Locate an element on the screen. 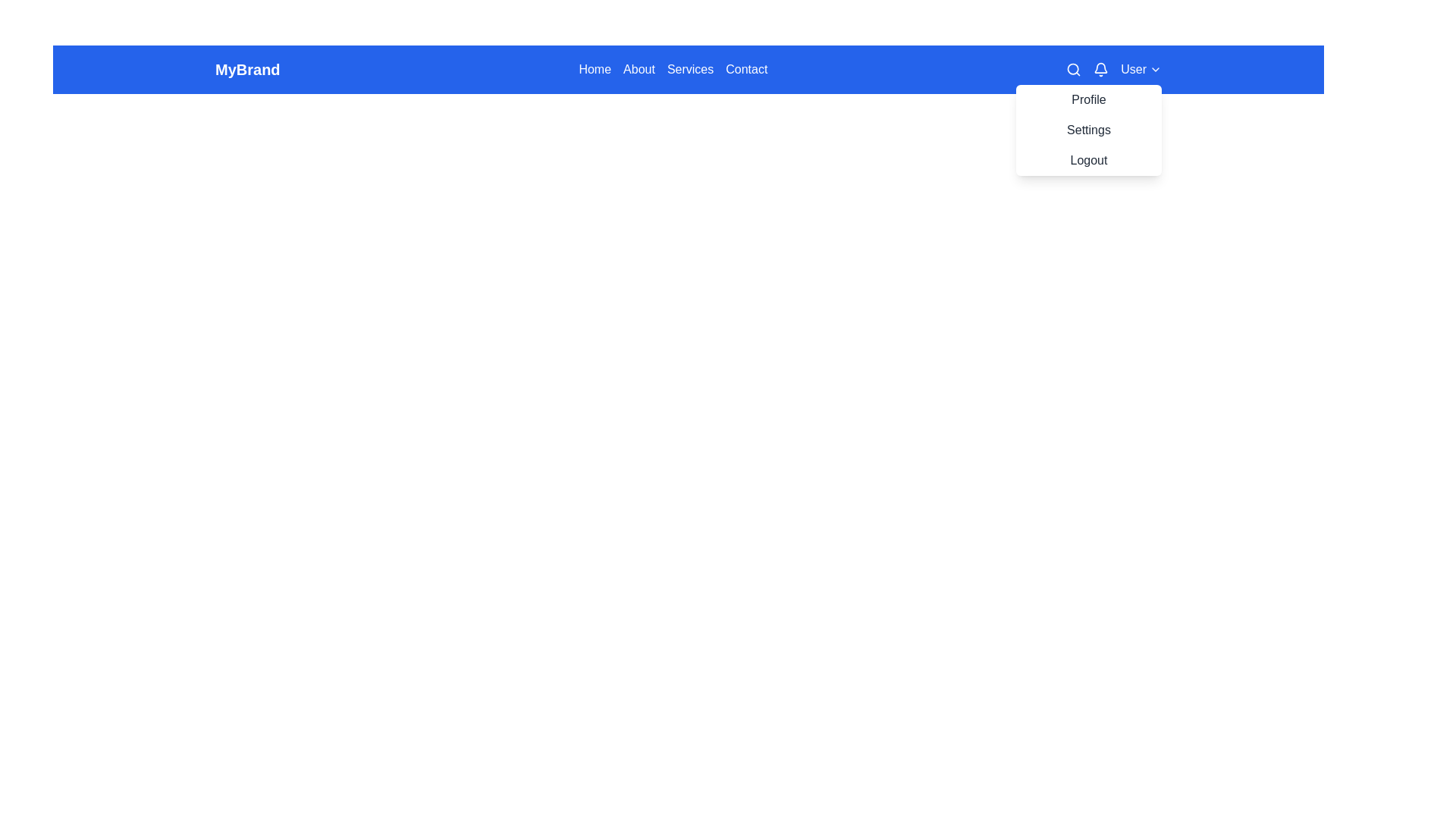 Image resolution: width=1456 pixels, height=819 pixels. the 'Services' hyperlink in the top-center navigation menu to visualize an underline is located at coordinates (689, 70).